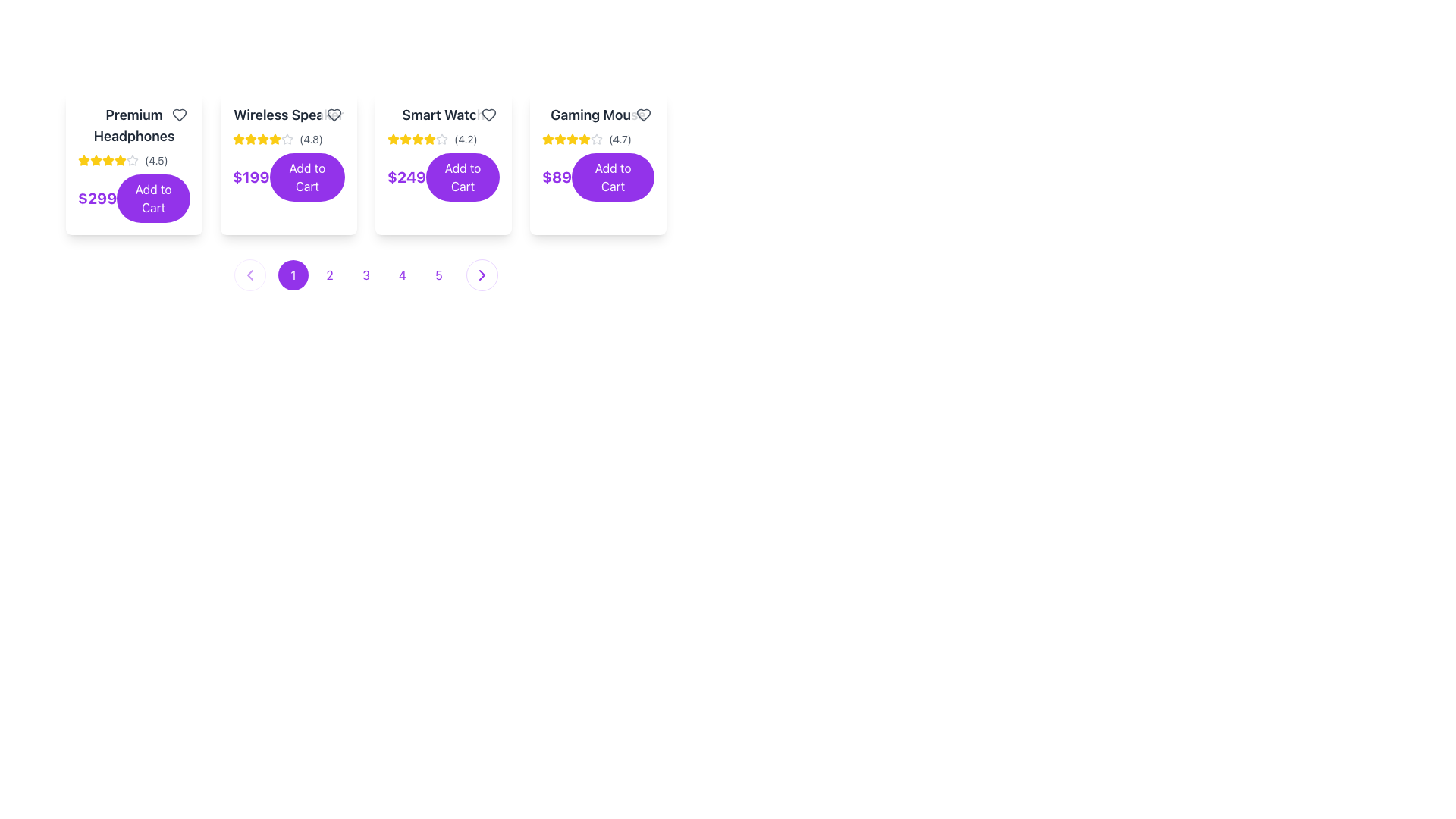  What do you see at coordinates (620, 140) in the screenshot?
I see `rating score displayed in the static text label for the 'Gaming Mouse' product, which is located on the rightmost side of the product listing` at bounding box center [620, 140].